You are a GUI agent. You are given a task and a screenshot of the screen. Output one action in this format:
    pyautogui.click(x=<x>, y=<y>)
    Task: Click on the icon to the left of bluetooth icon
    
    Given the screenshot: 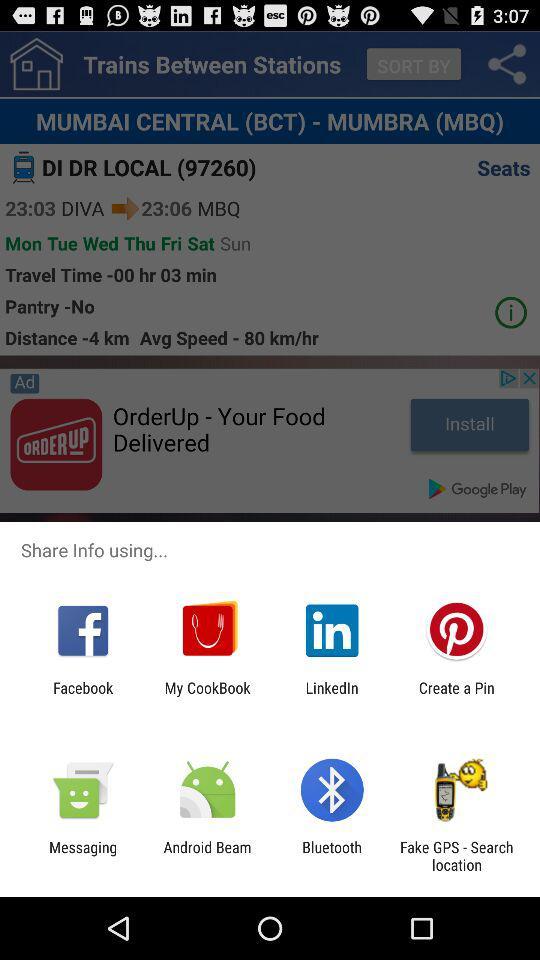 What is the action you would take?
    pyautogui.click(x=206, y=855)
    